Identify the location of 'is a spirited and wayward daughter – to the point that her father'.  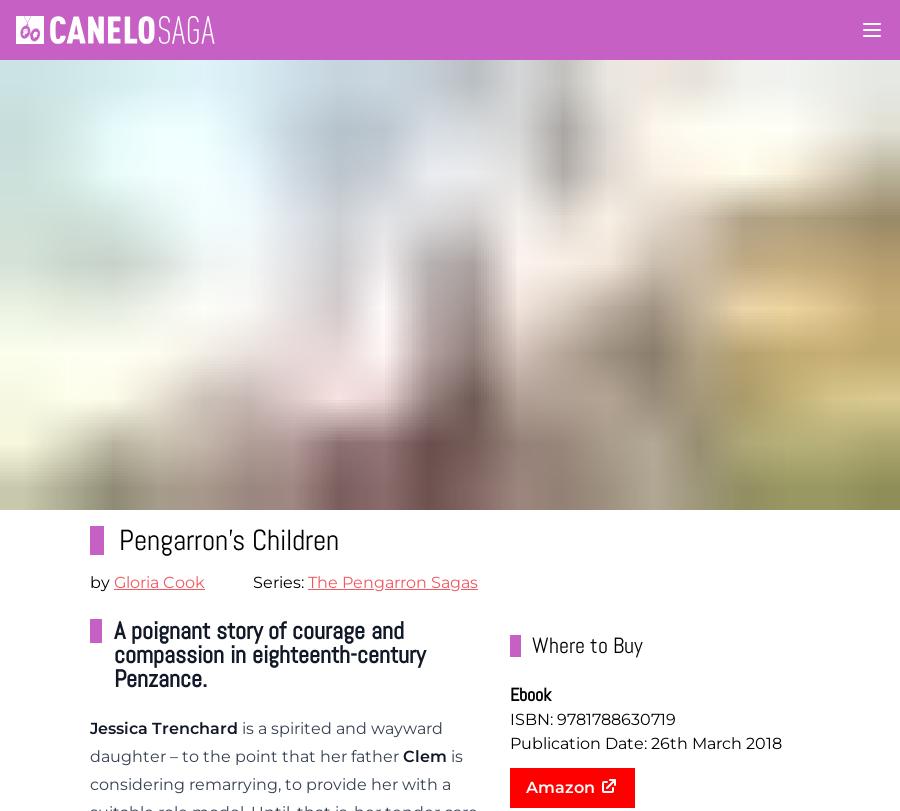
(89, 740).